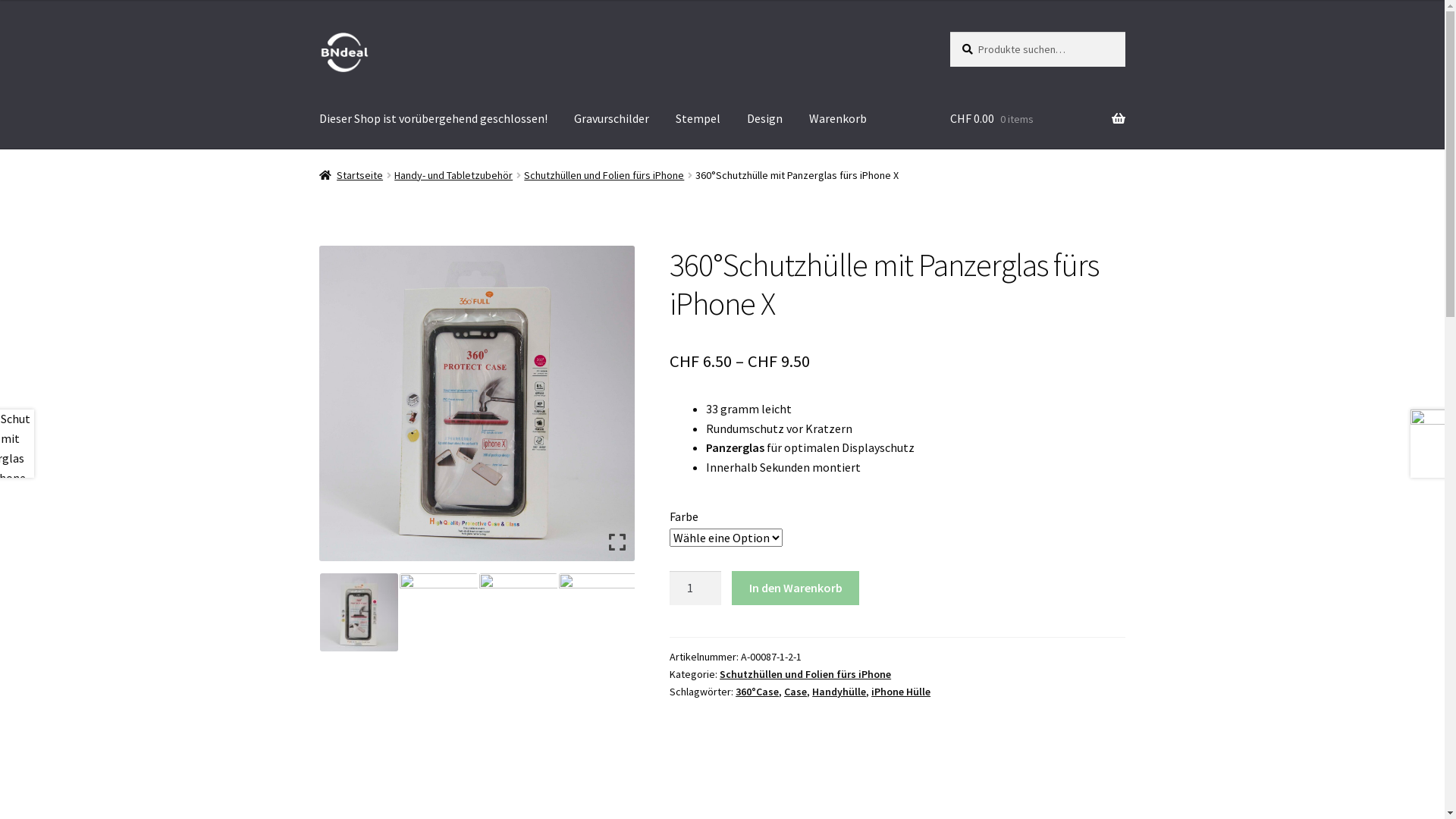  Describe the element at coordinates (694, 587) in the screenshot. I see `'Menge'` at that location.